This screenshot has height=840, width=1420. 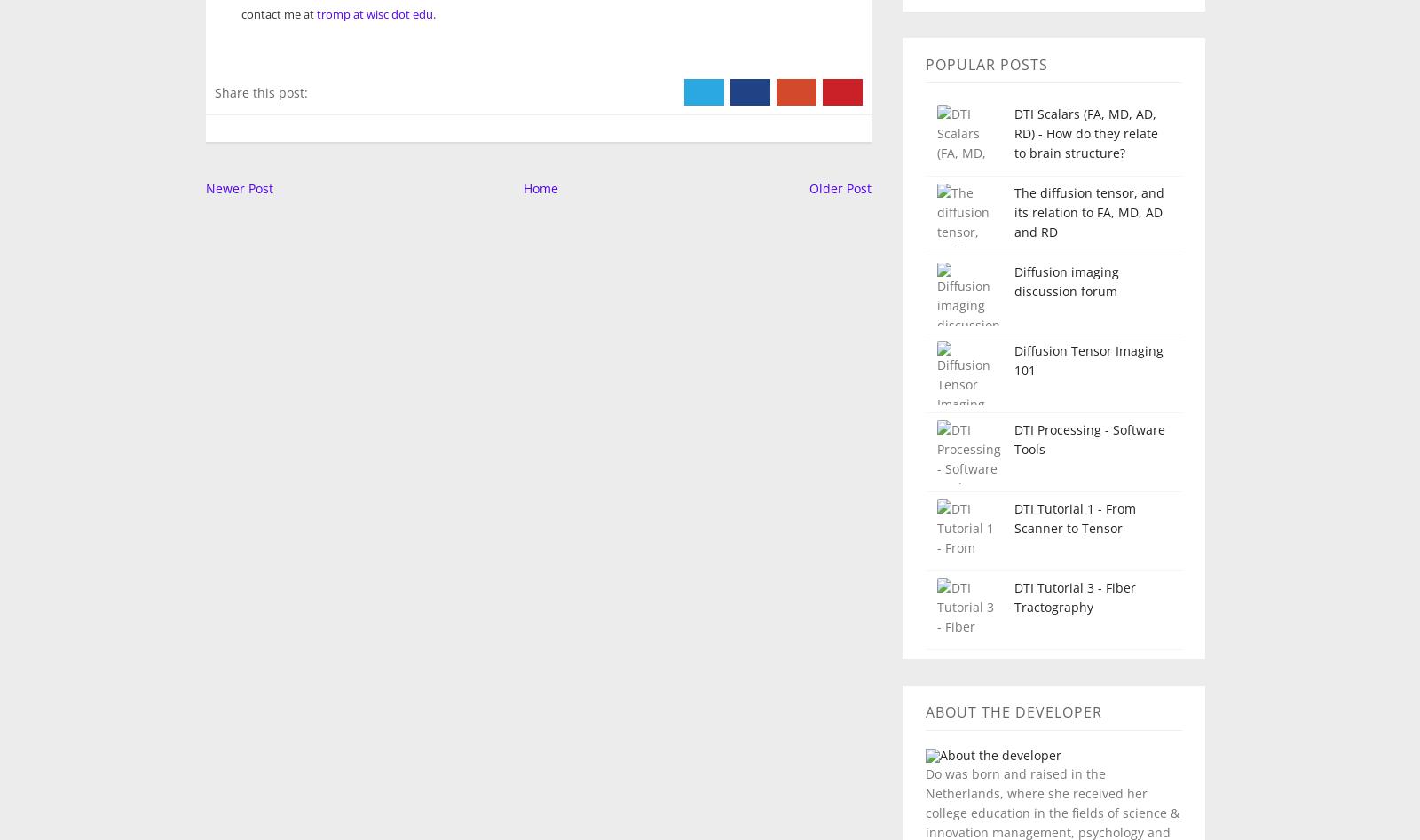 What do you see at coordinates (238, 187) in the screenshot?
I see `'Newer Post'` at bounding box center [238, 187].